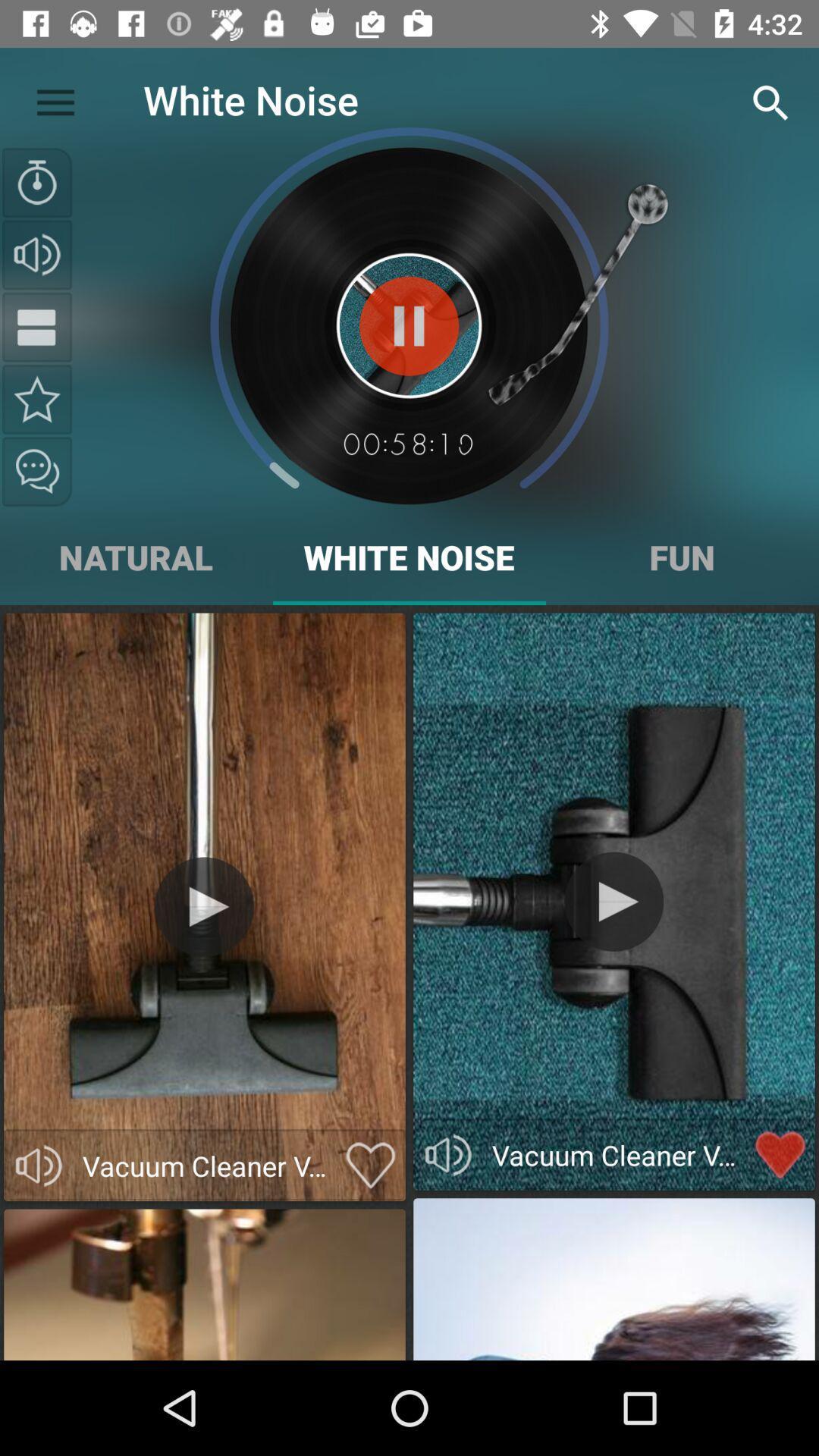  What do you see at coordinates (36, 471) in the screenshot?
I see `the chat icon` at bounding box center [36, 471].